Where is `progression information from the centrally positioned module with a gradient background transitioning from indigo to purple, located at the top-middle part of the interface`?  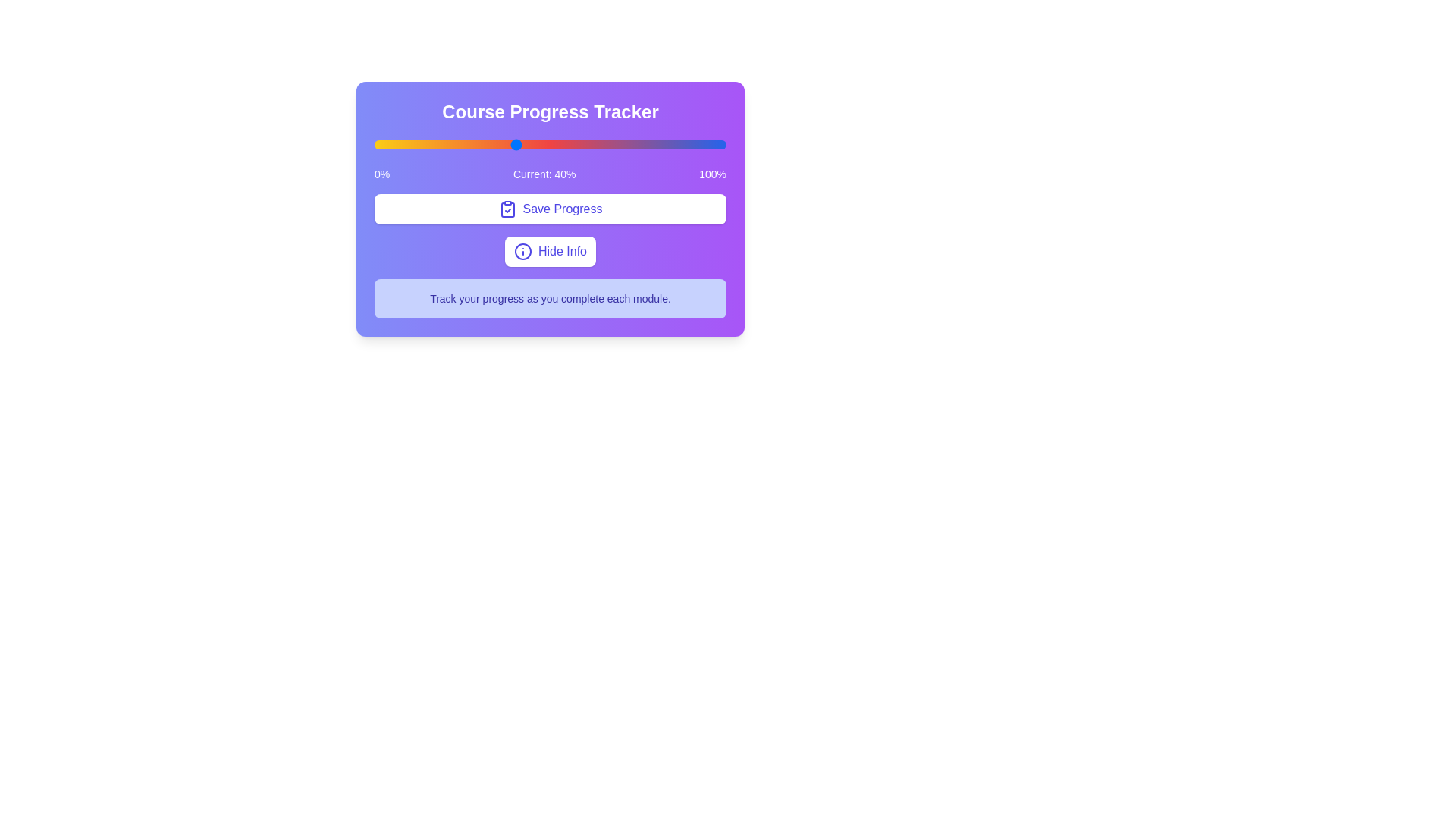
progression information from the centrally positioned module with a gradient background transitioning from indigo to purple, located at the top-middle part of the interface is located at coordinates (549, 209).